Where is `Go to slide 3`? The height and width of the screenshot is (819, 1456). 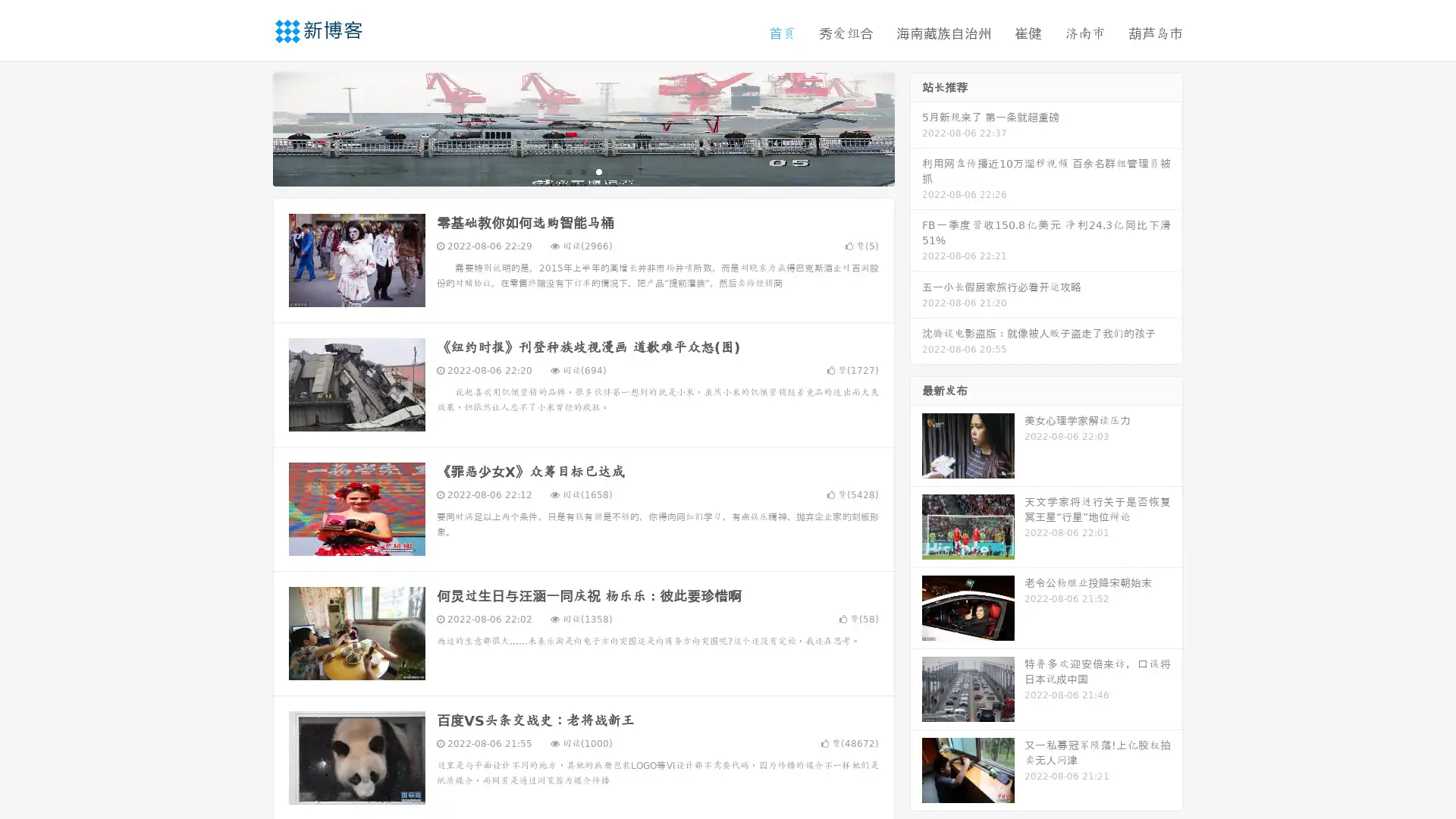
Go to slide 3 is located at coordinates (598, 171).